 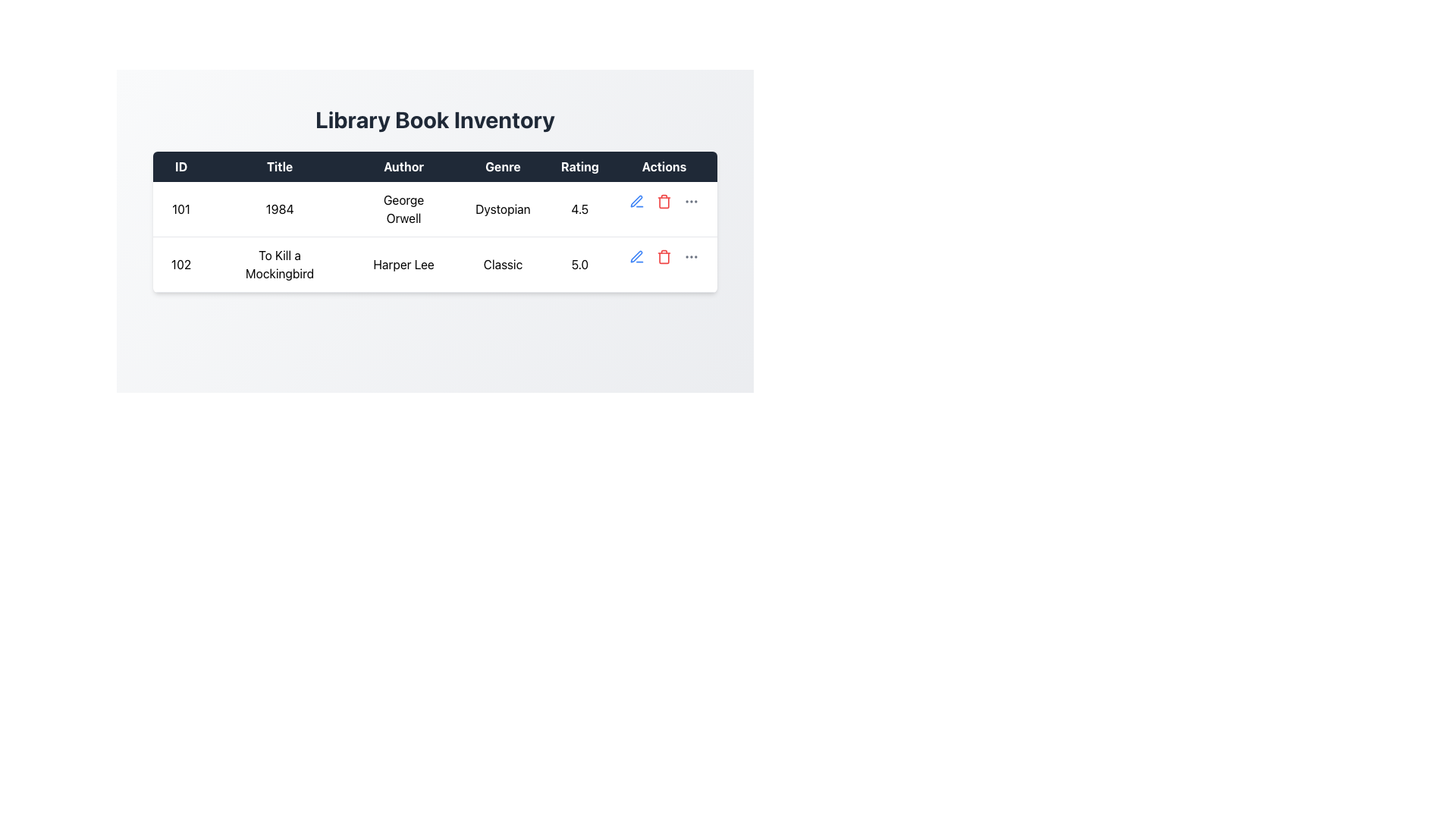 What do you see at coordinates (664, 166) in the screenshot?
I see `the 'Actions' header in the table that indicates the purpose of the column for interactive elements related to actions performed on table rows` at bounding box center [664, 166].